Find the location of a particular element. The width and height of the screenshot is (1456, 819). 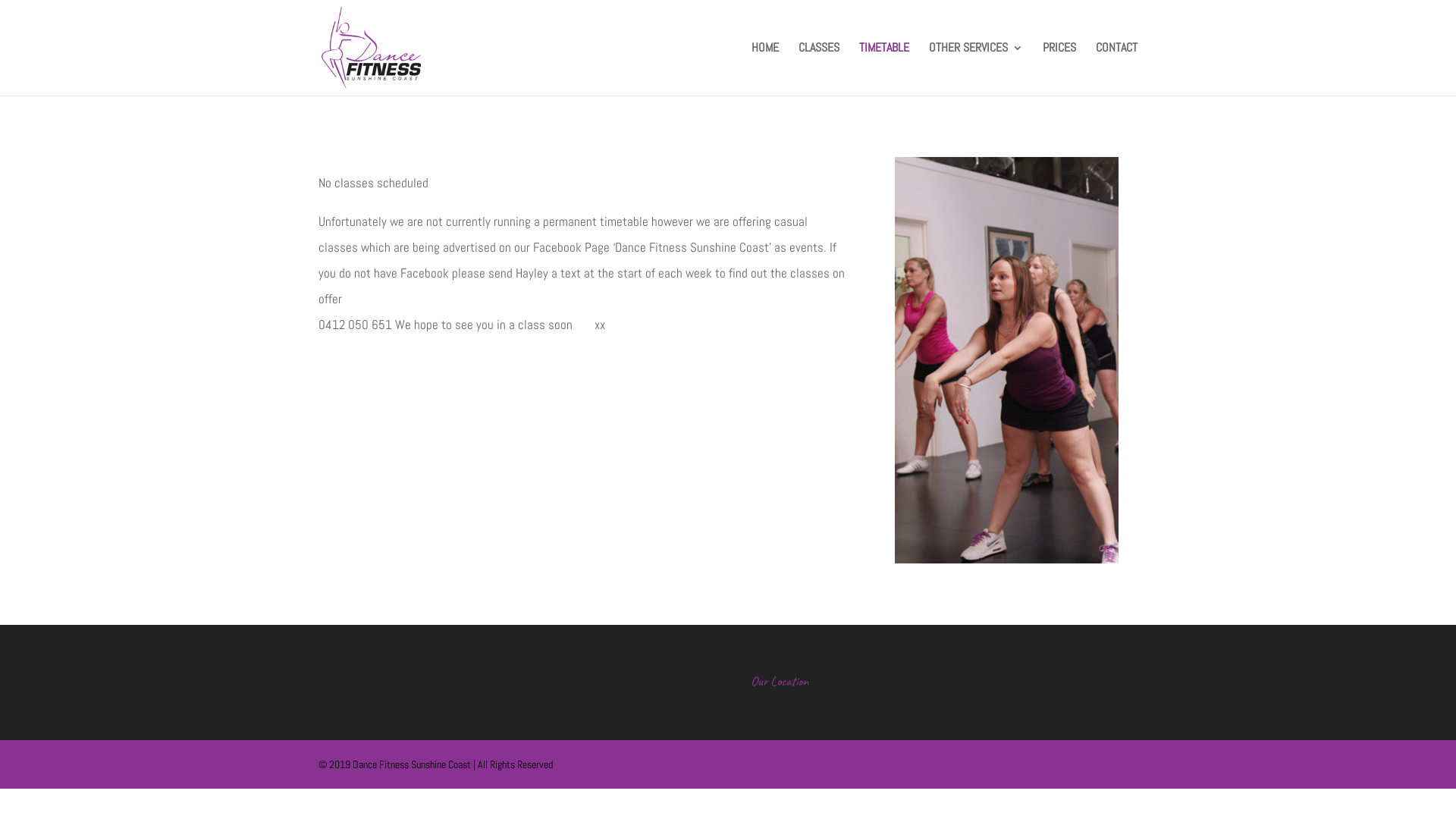

'CONTACT' is located at coordinates (1095, 69).